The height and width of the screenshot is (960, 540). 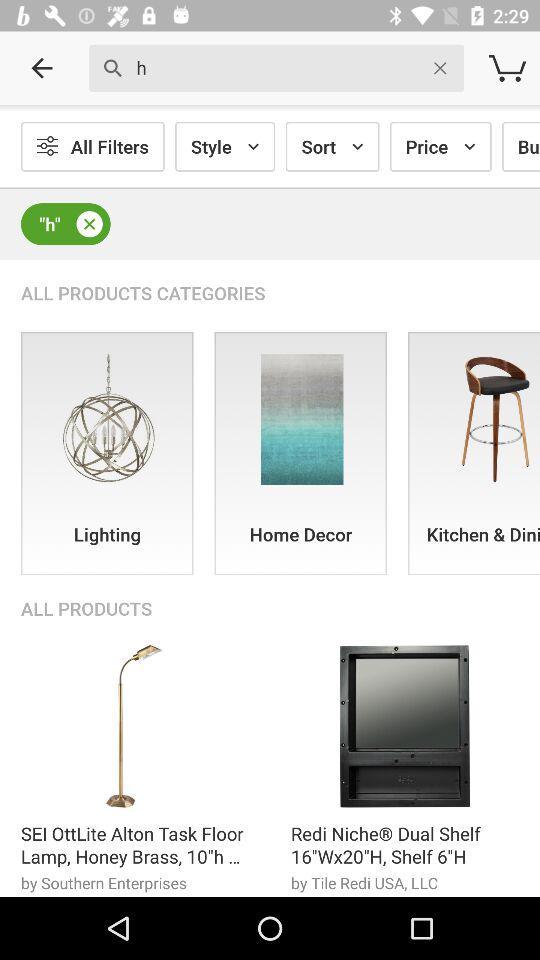 I want to click on close, so click(x=88, y=224).